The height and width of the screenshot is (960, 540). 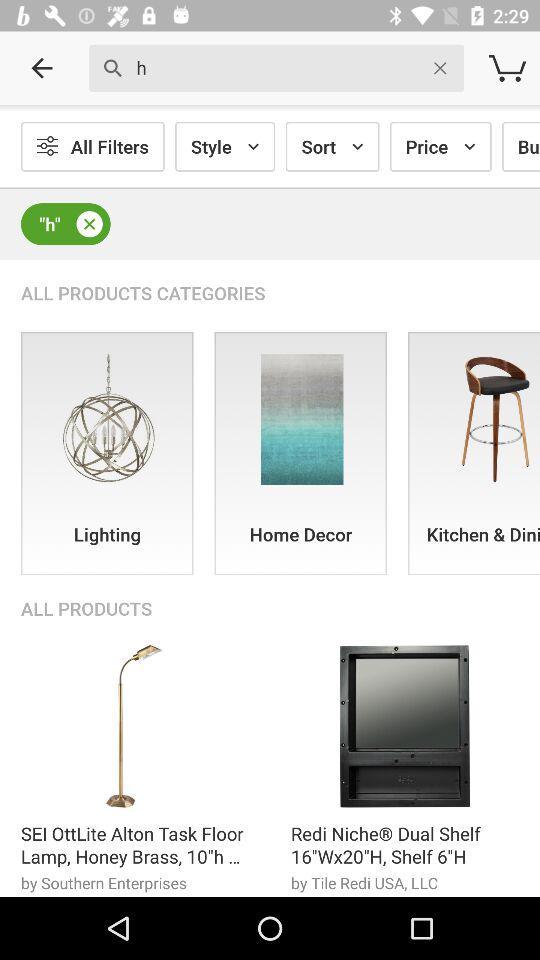 I want to click on close, so click(x=88, y=224).